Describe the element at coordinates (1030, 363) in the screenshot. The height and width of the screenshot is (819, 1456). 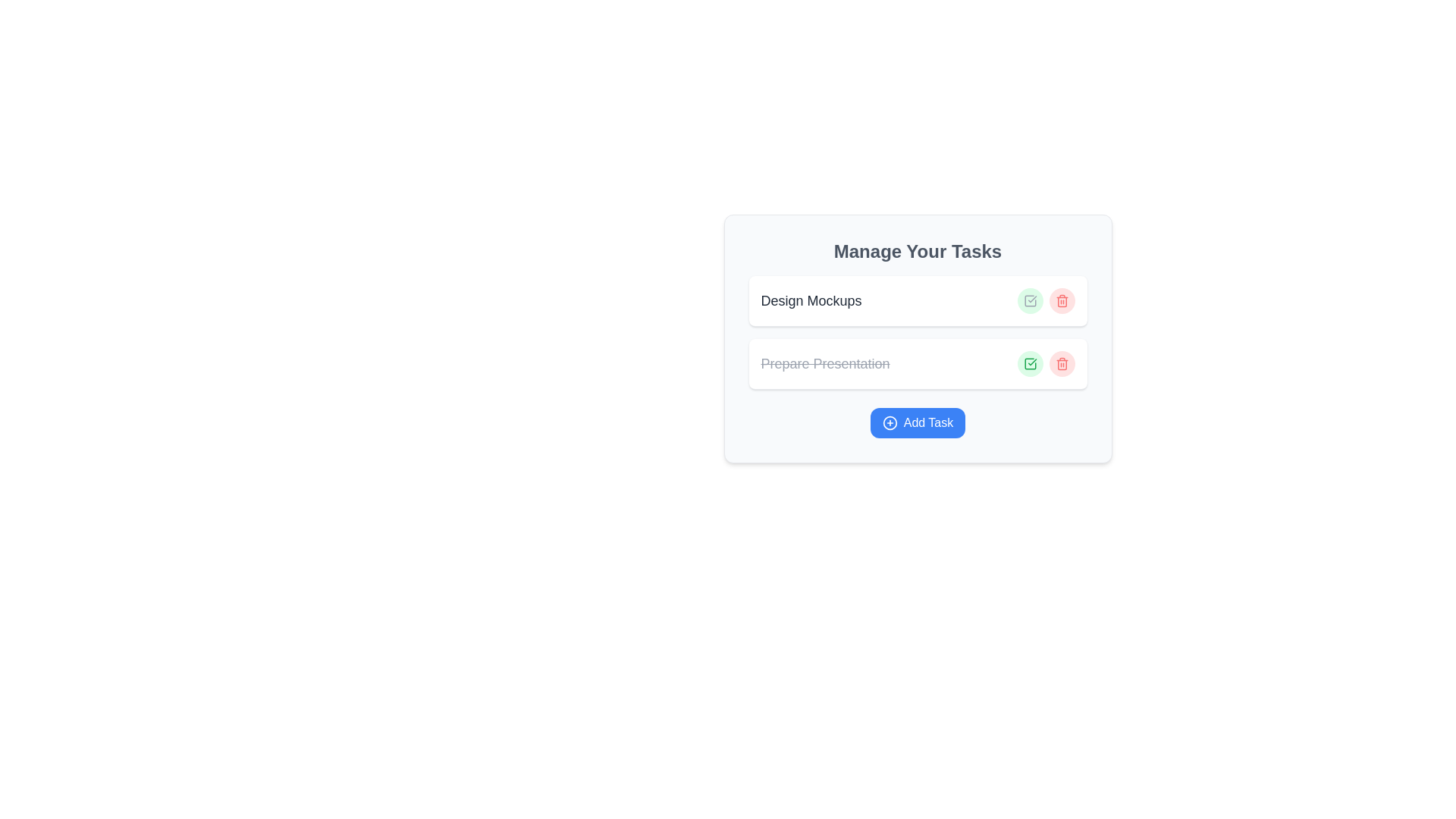
I see `the green check mark icon button to mark the associated task as complete, which is located beside the 'Prepare Presentation' text in the task list` at that location.